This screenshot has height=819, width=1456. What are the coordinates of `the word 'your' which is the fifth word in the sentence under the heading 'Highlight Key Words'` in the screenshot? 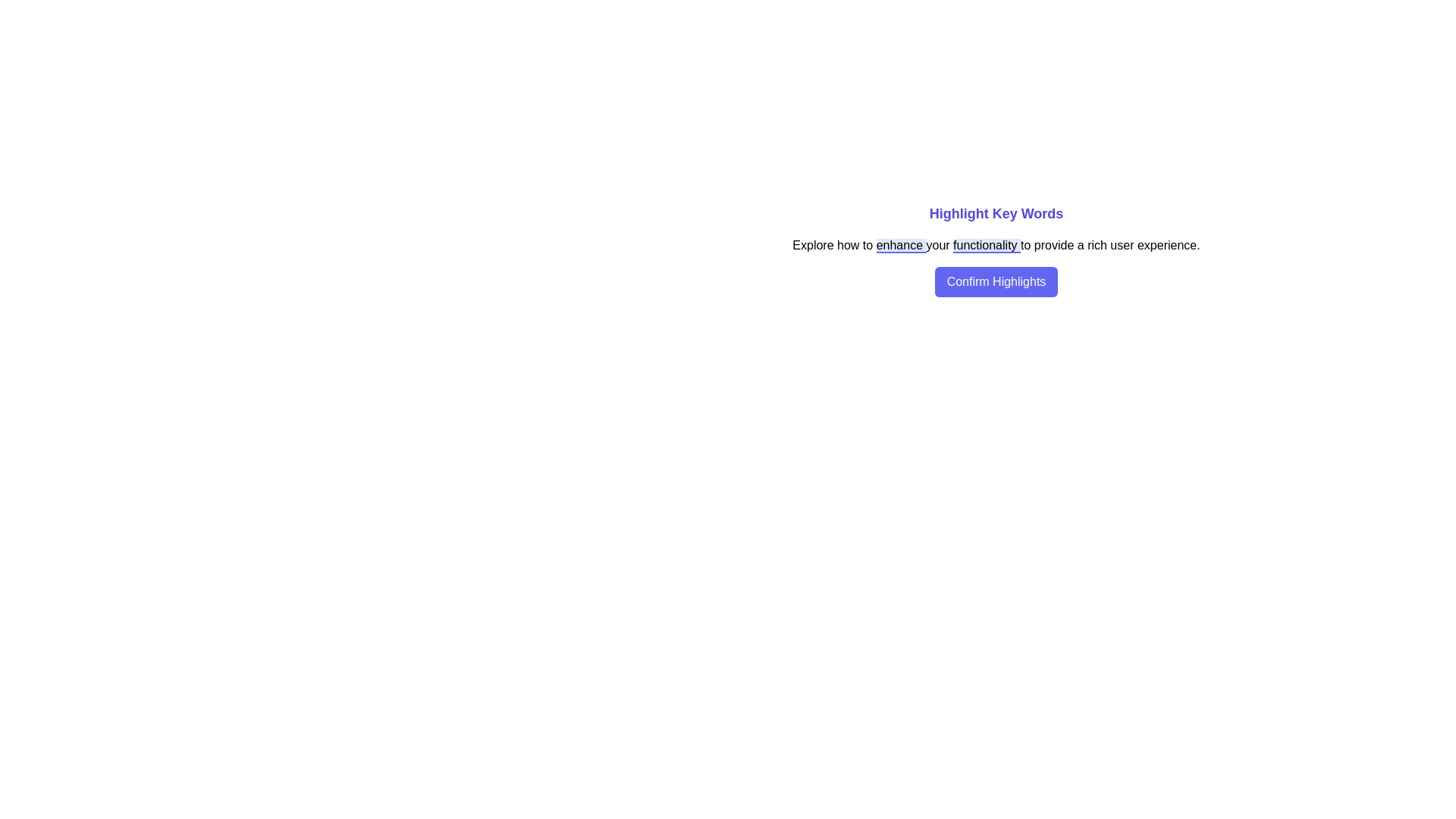 It's located at (938, 245).